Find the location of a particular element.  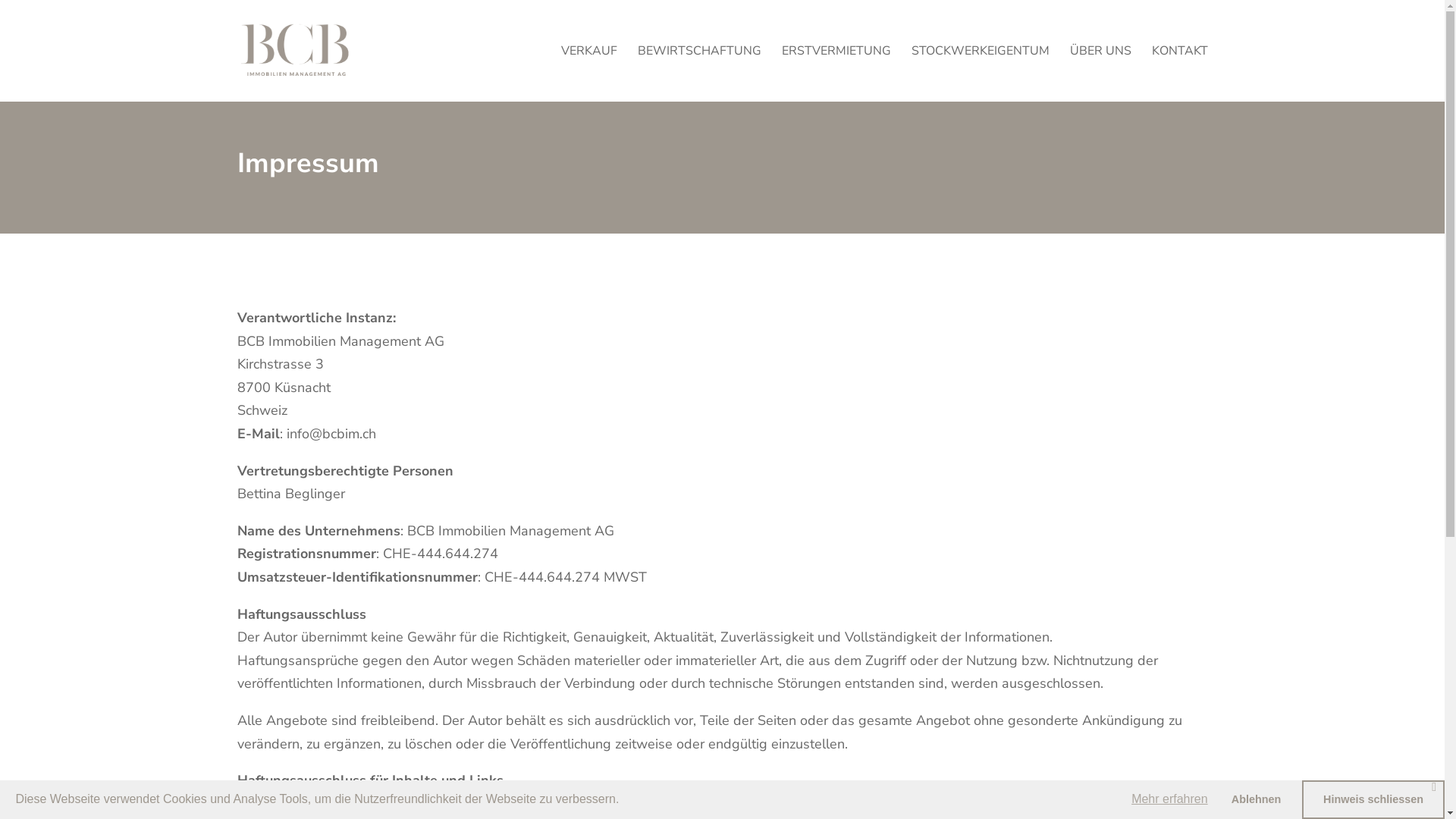

'ERSTVERMIETUNG' is located at coordinates (835, 73).